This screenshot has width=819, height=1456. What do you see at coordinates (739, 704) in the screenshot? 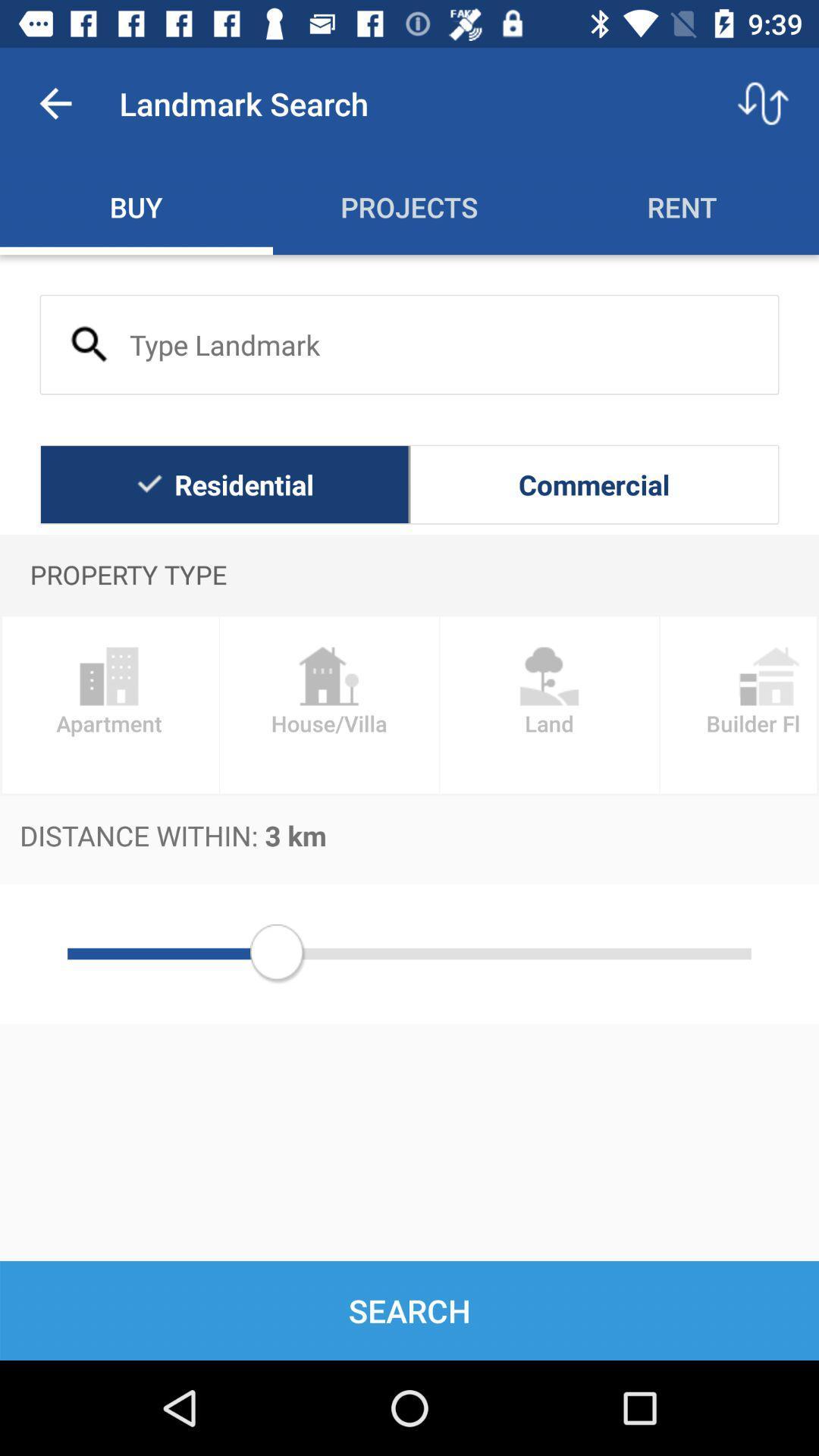
I see `the item below property type` at bounding box center [739, 704].